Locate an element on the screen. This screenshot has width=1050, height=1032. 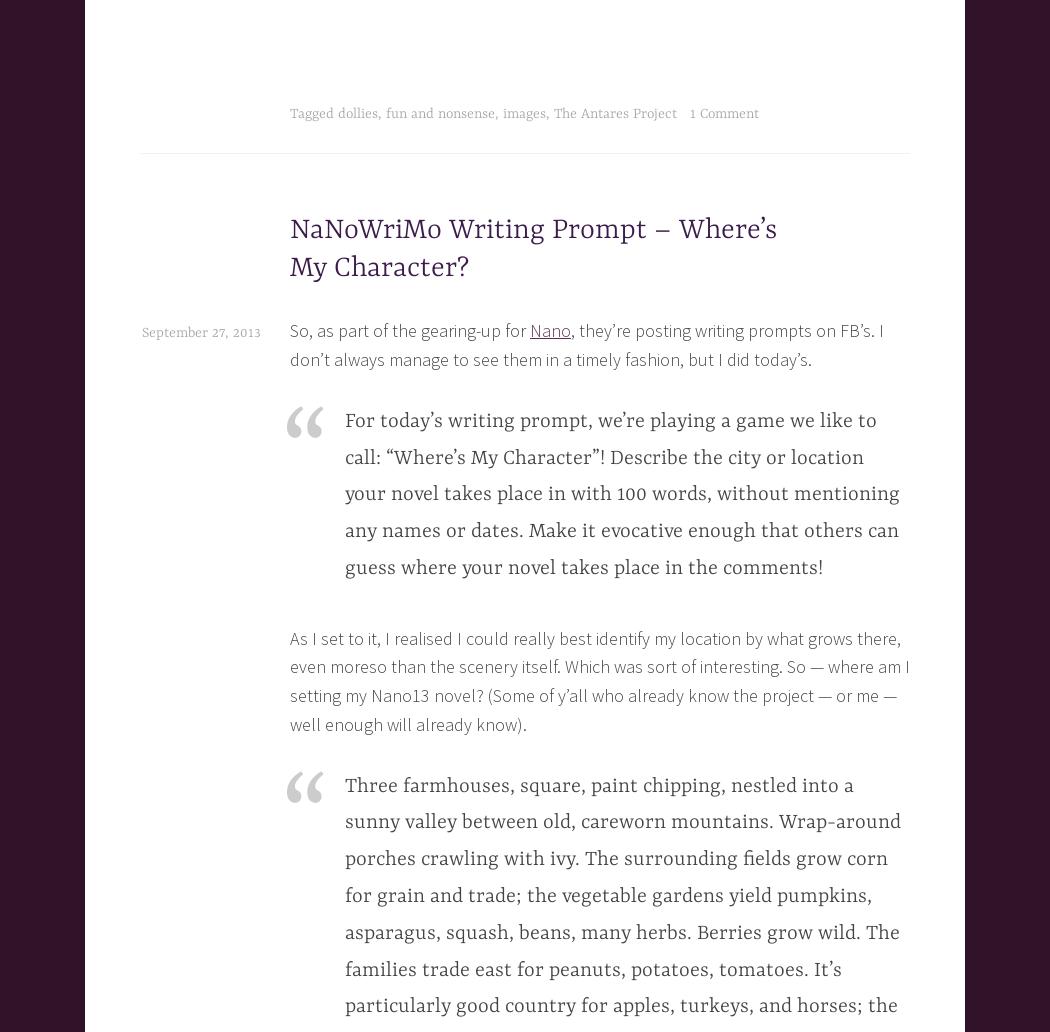
'The Antares Project' is located at coordinates (615, 114).